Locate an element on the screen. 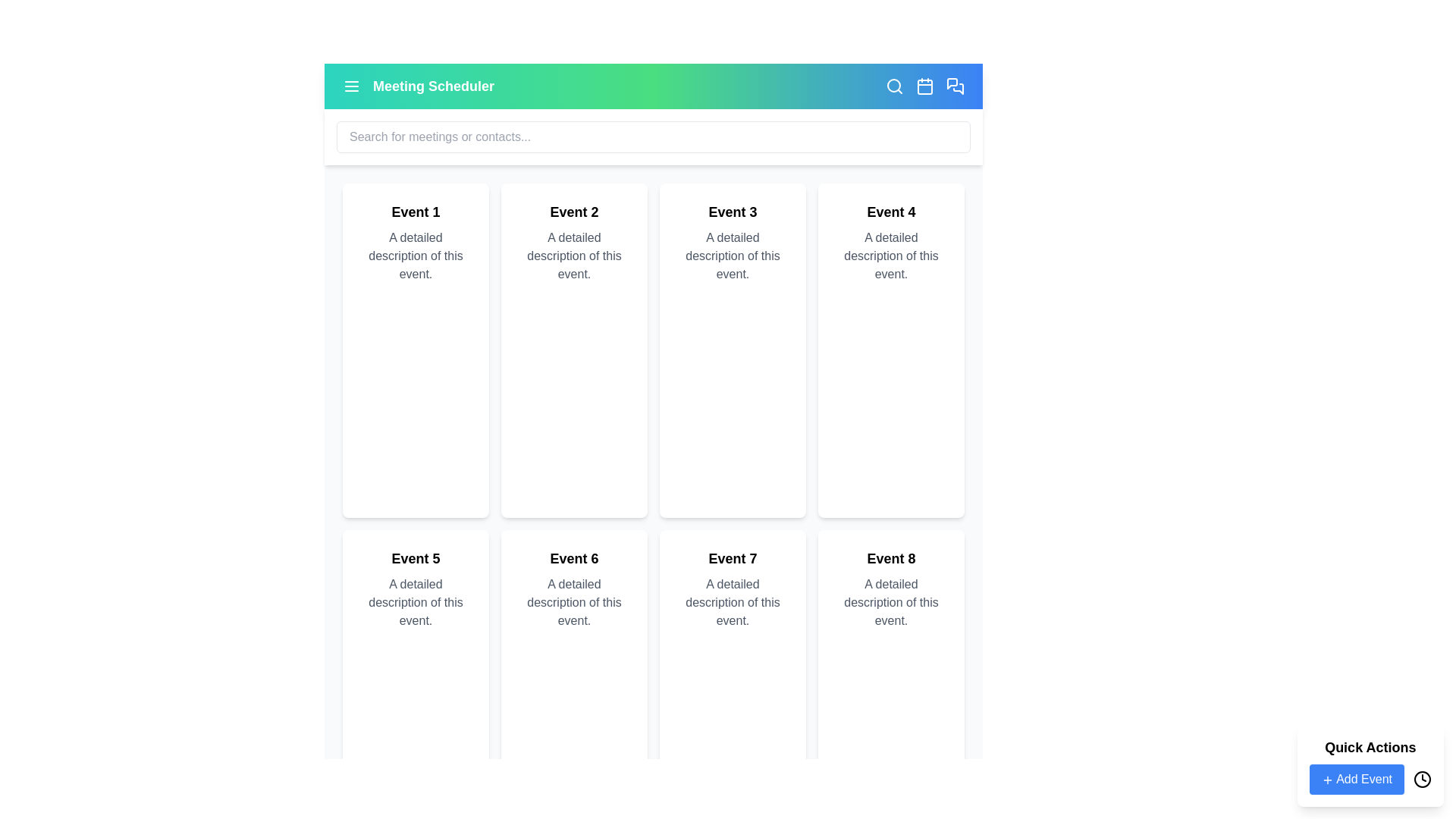 This screenshot has height=819, width=1456. the text label that reads 'A detailed description of this event.' located below the title 'Event 8' within the card for 'Event 8.' is located at coordinates (891, 601).